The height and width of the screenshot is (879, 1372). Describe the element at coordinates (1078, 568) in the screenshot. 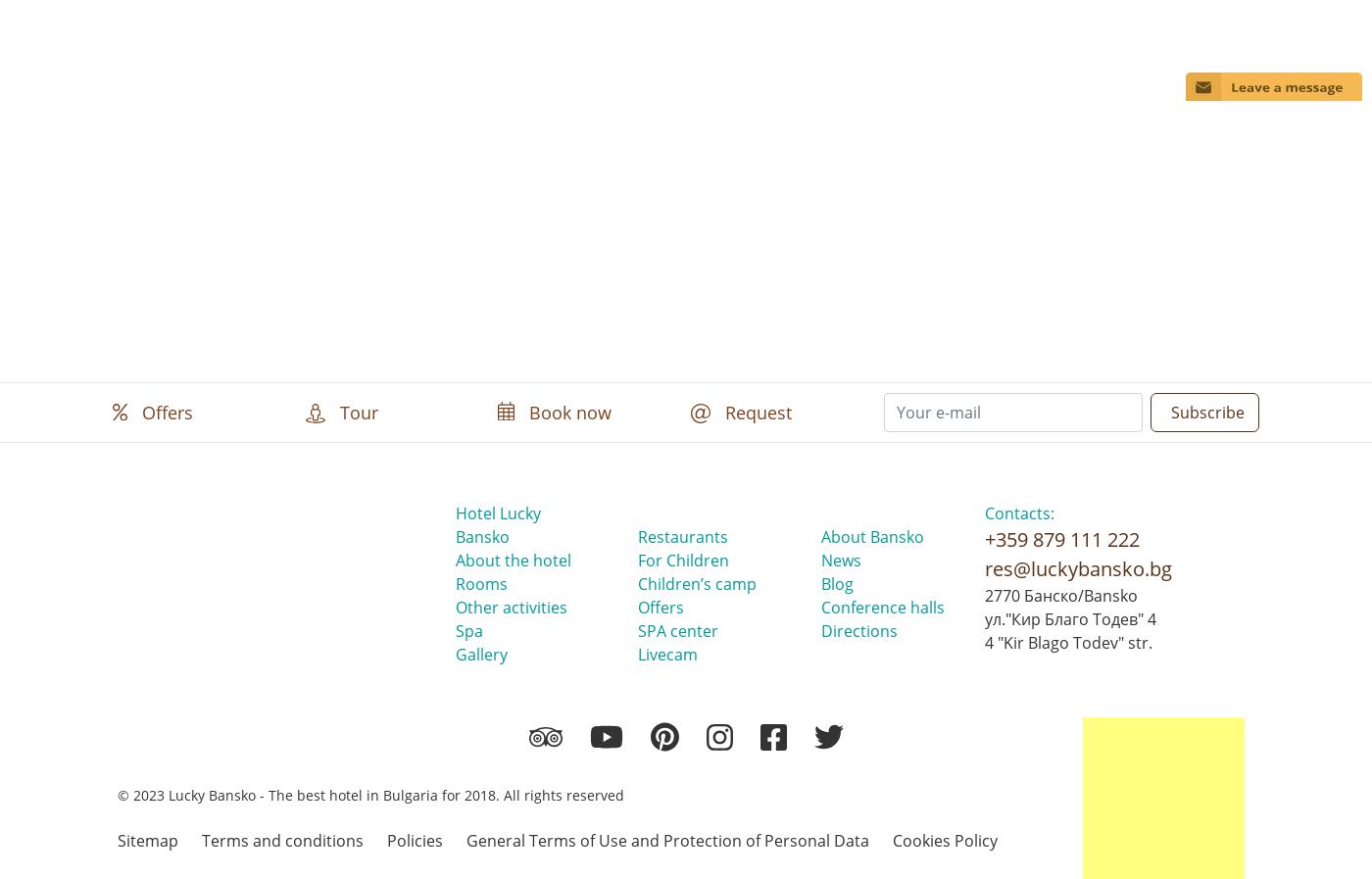

I see `'res@luckybansko.bg'` at that location.